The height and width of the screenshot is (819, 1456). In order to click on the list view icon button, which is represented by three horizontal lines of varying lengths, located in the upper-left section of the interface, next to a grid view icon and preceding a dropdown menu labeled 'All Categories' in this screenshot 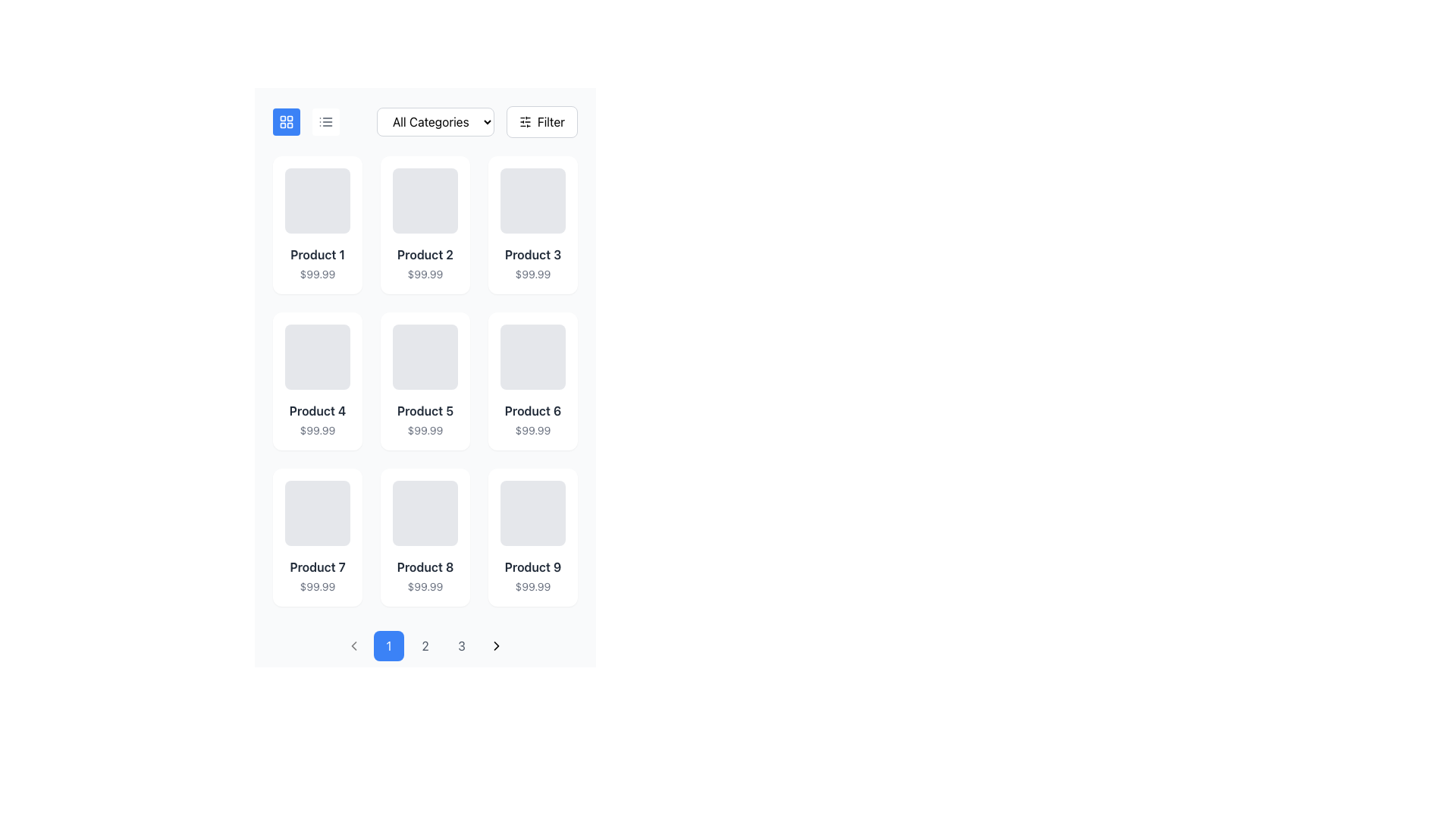, I will do `click(325, 121)`.